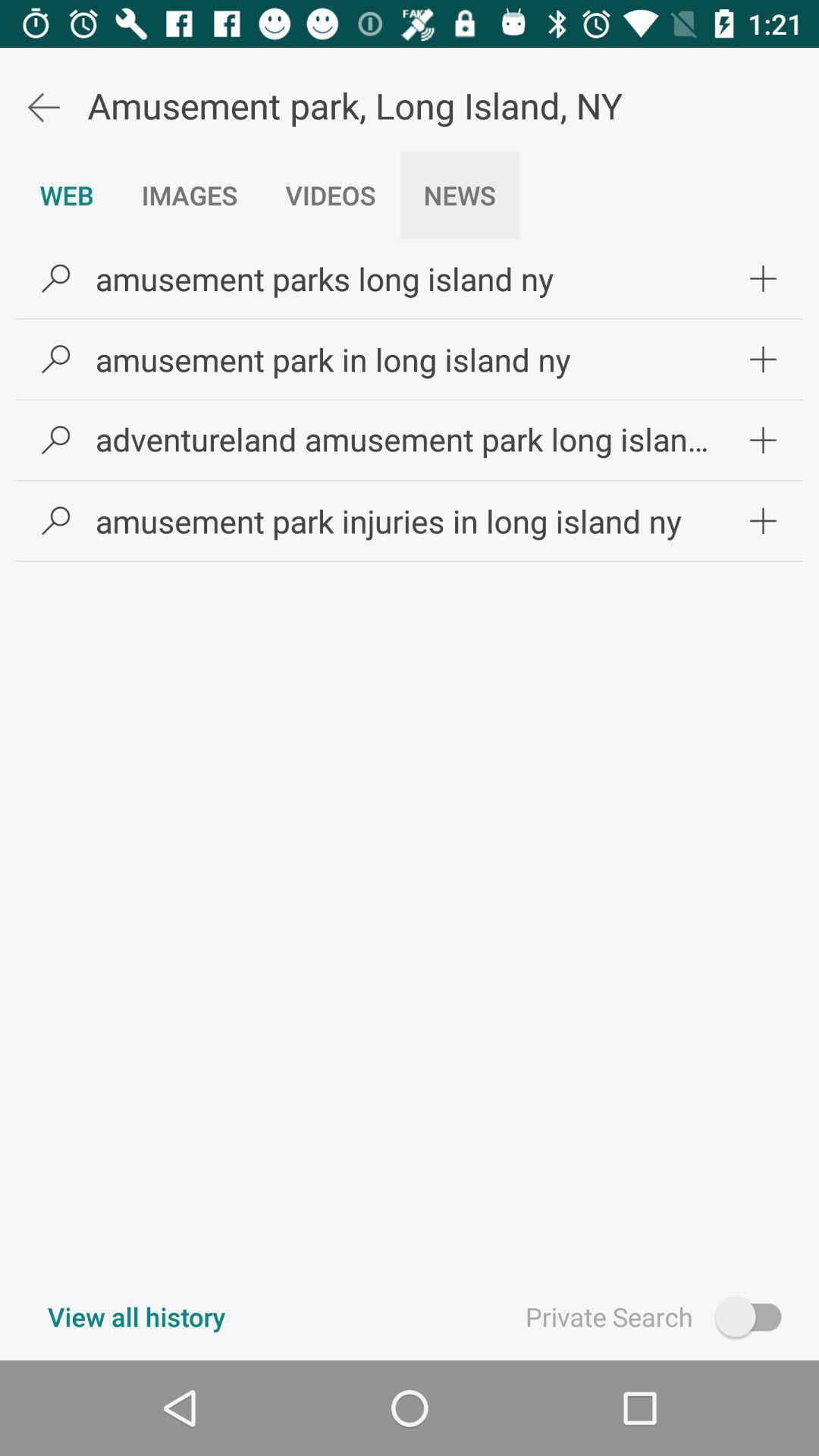 The image size is (819, 1456). What do you see at coordinates (763, 520) in the screenshot?
I see `icon on the right` at bounding box center [763, 520].